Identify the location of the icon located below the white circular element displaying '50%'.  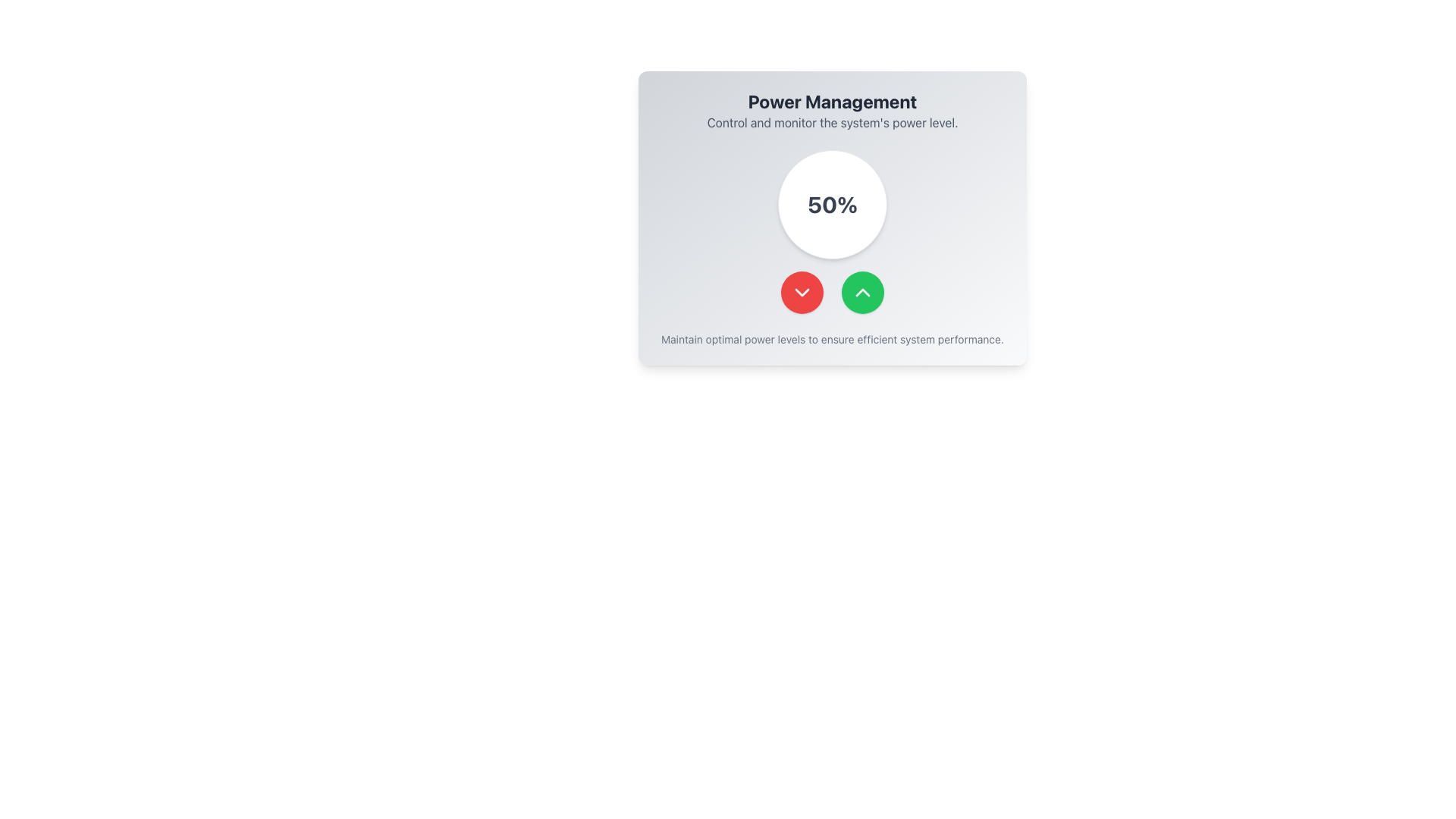
(801, 292).